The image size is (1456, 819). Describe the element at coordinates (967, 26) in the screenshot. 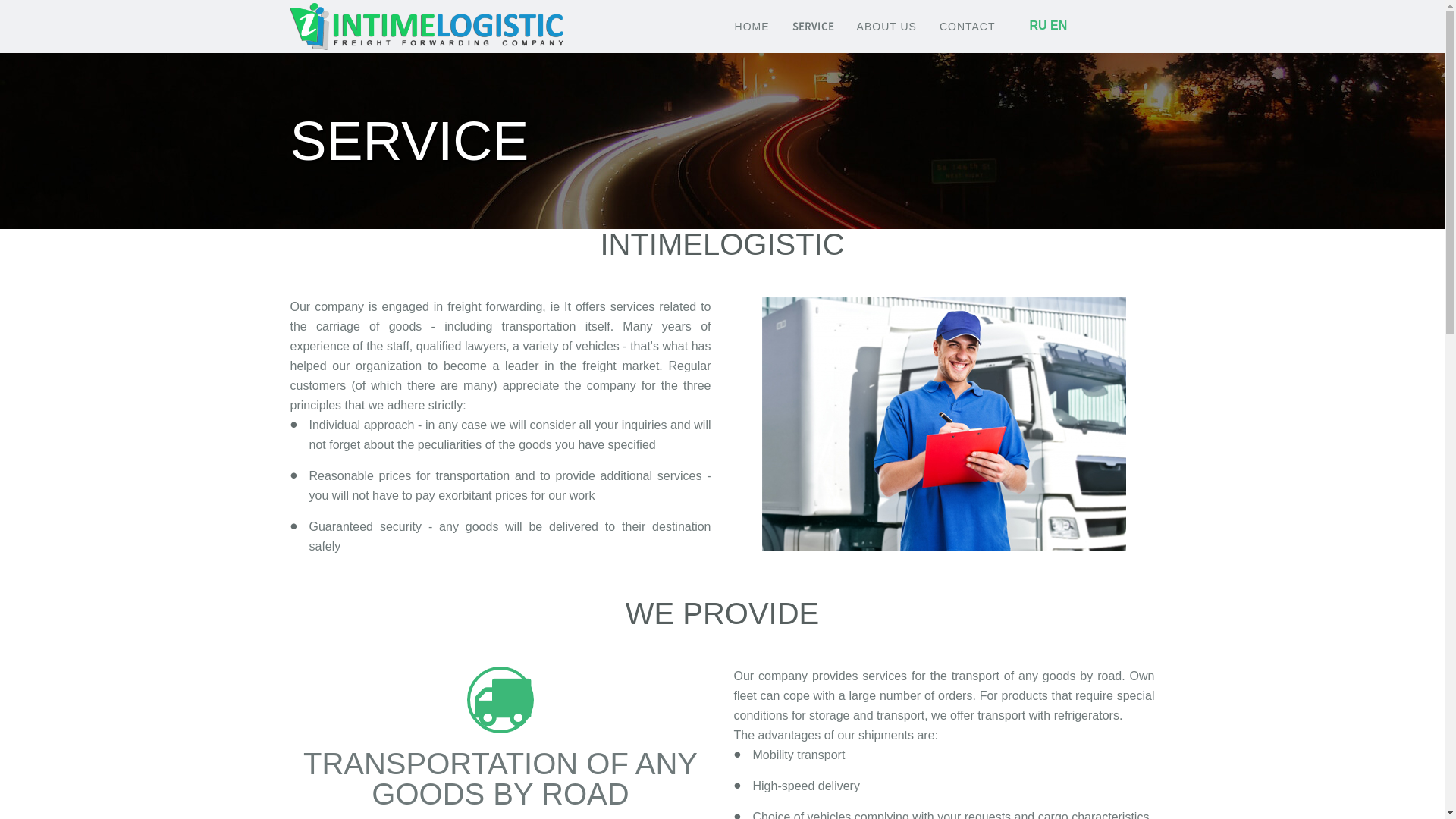

I see `'CONTACT'` at that location.